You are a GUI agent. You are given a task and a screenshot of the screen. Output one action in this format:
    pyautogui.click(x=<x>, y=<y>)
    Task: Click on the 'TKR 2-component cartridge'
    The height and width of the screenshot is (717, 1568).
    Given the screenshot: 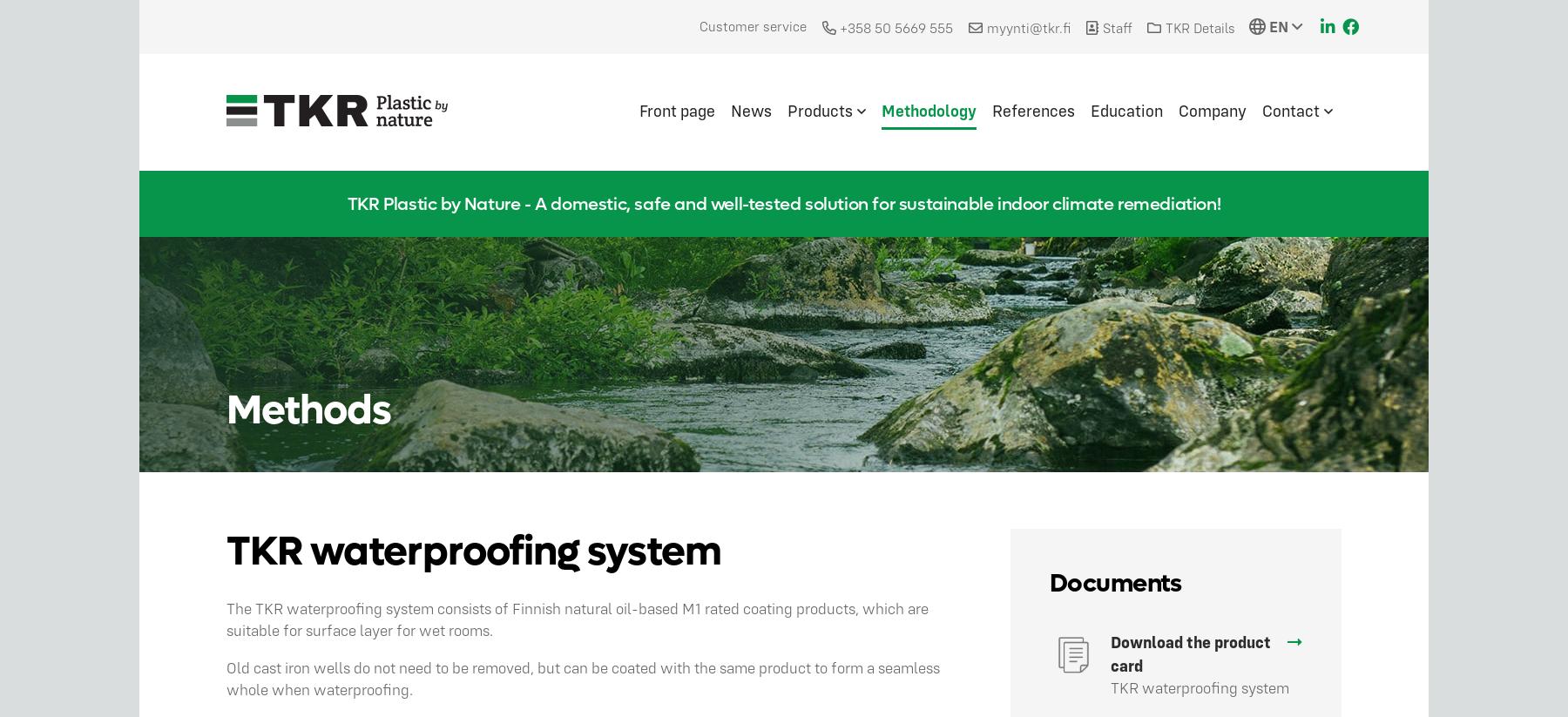 What is the action you would take?
    pyautogui.click(x=902, y=270)
    